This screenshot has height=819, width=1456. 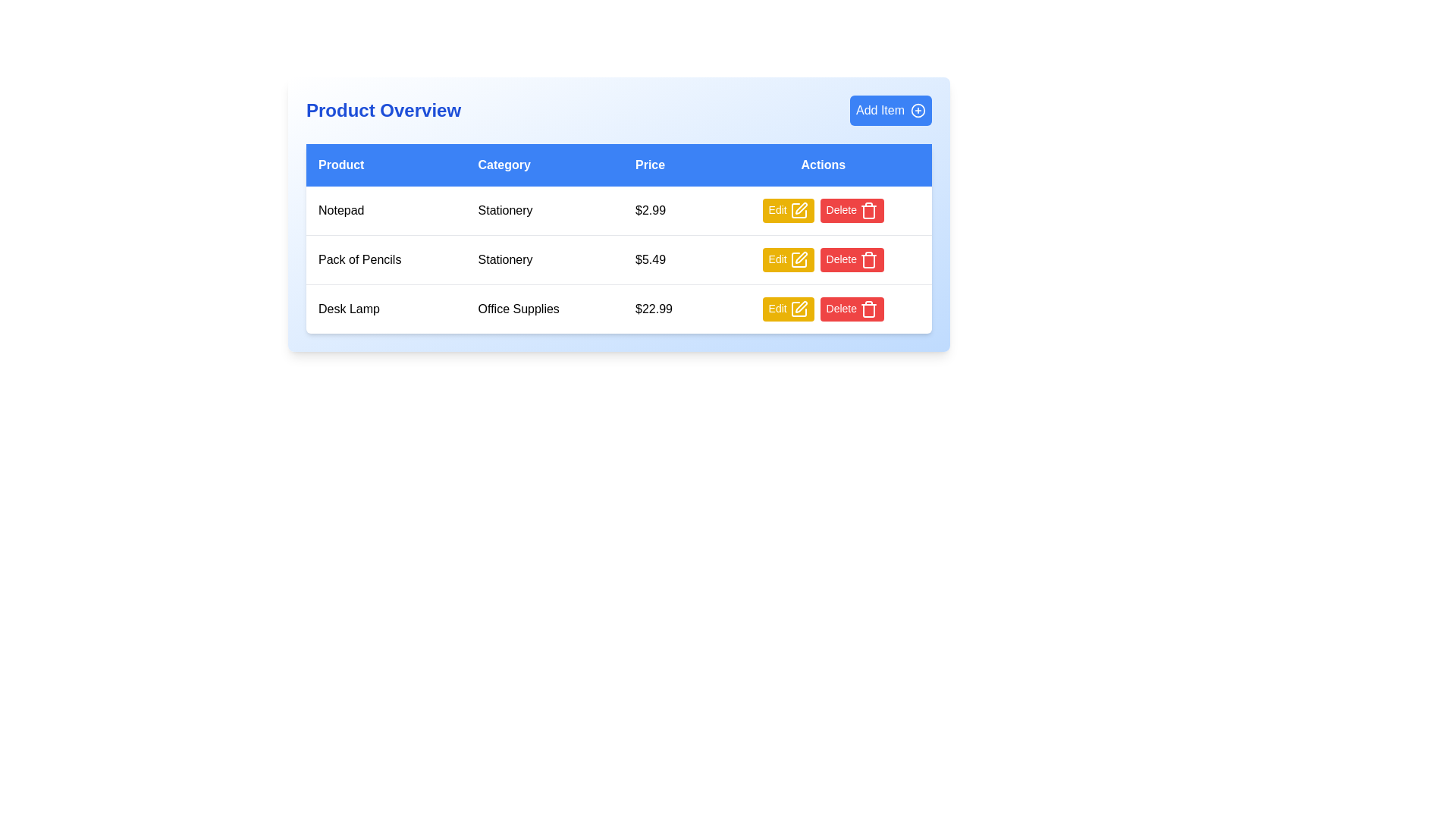 I want to click on the trash can icon located in the 'Actions' column of the third row, so click(x=868, y=260).